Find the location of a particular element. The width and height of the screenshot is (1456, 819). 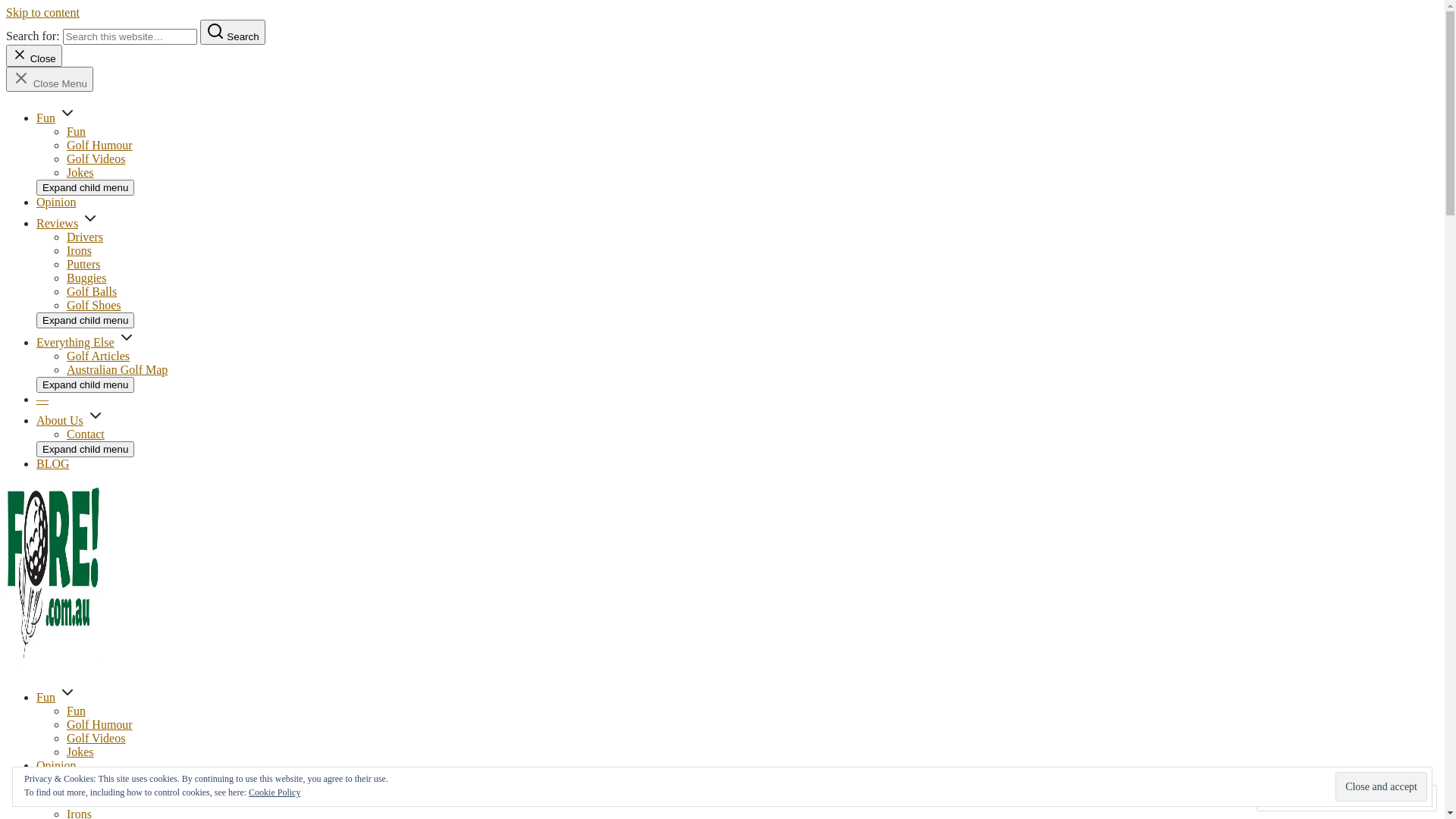

'Close' is located at coordinates (33, 55).